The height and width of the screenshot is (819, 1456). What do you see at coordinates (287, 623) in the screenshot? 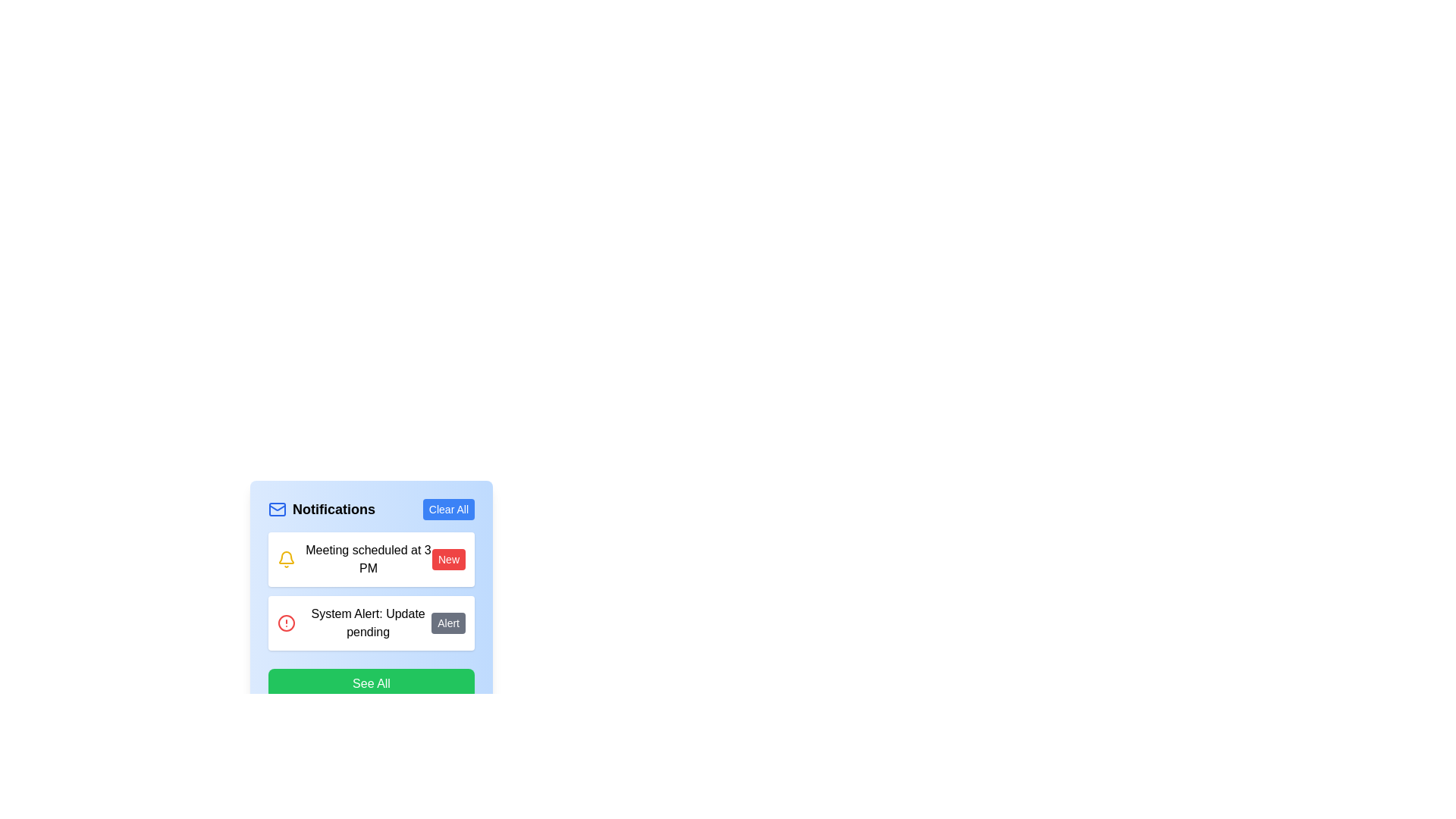
I see `the red circular icon with a white background and an alert symbol inside, which is positioned in the notification box to the left of the text 'System Alert: Update pending'` at bounding box center [287, 623].